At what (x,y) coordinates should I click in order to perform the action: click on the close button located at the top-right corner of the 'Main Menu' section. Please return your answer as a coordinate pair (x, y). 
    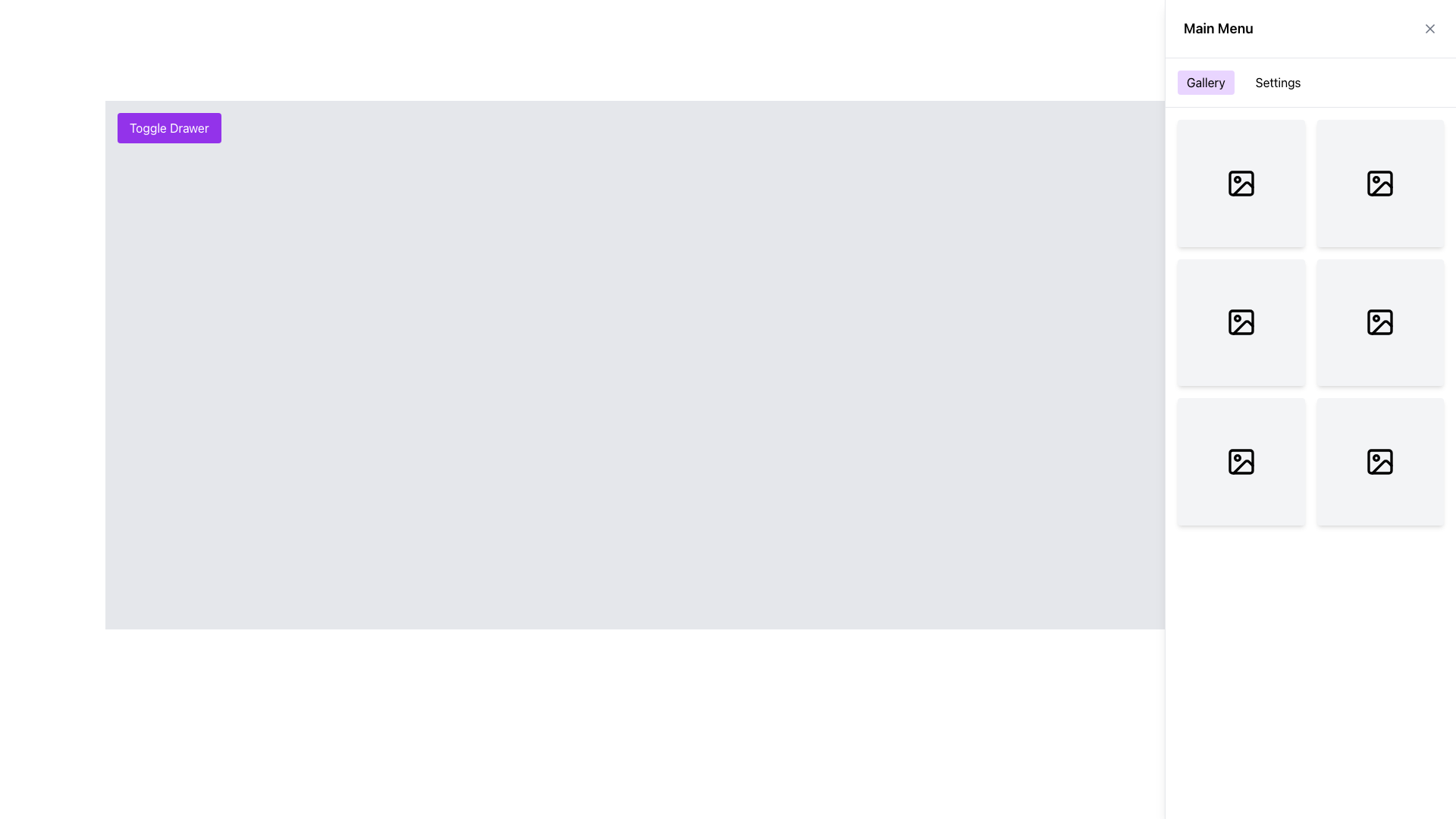
    Looking at the image, I should click on (1429, 29).